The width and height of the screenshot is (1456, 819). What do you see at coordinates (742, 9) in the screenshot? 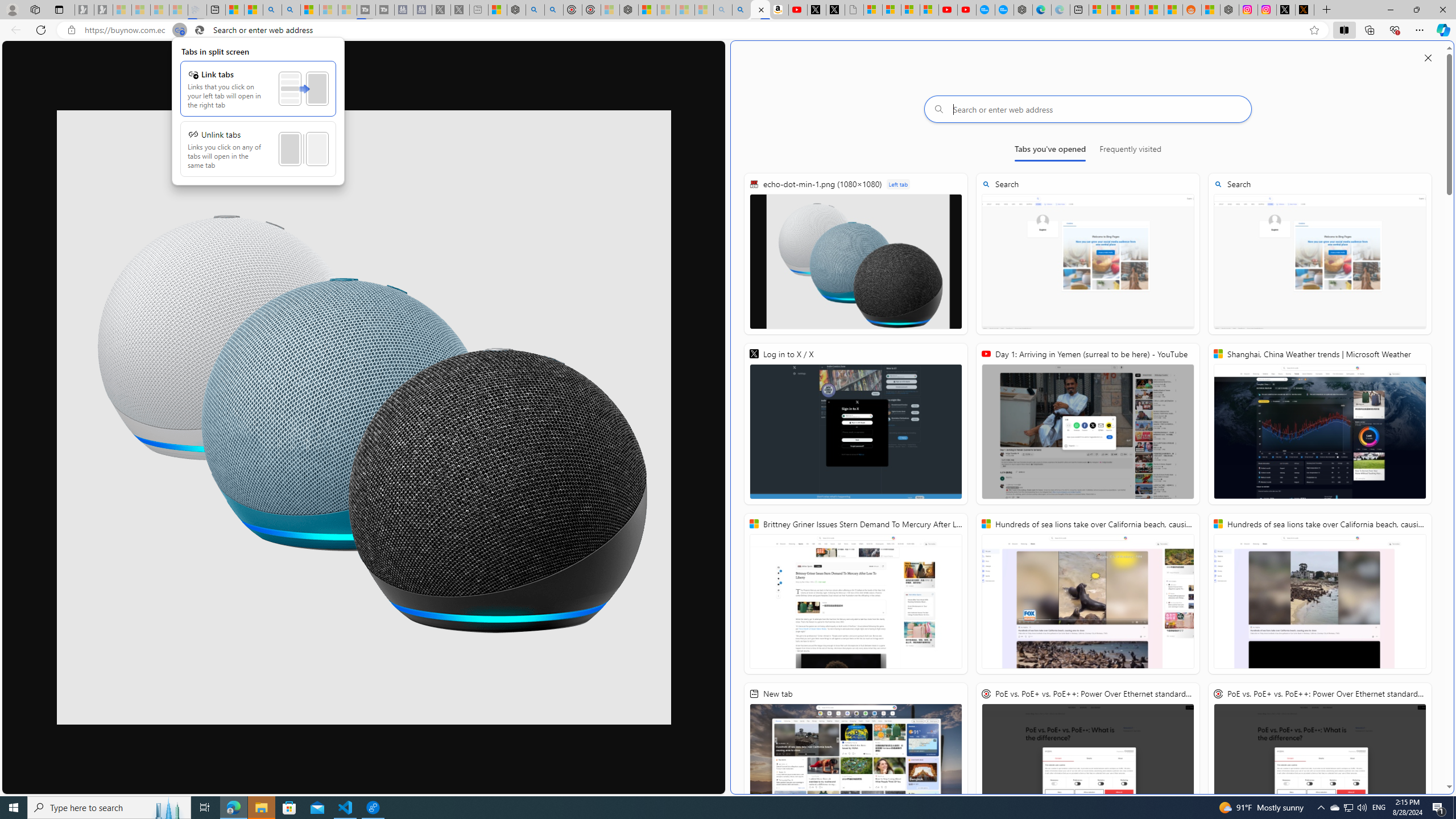
I see `'Amazon Echo Dot PNG - Search Images'` at bounding box center [742, 9].